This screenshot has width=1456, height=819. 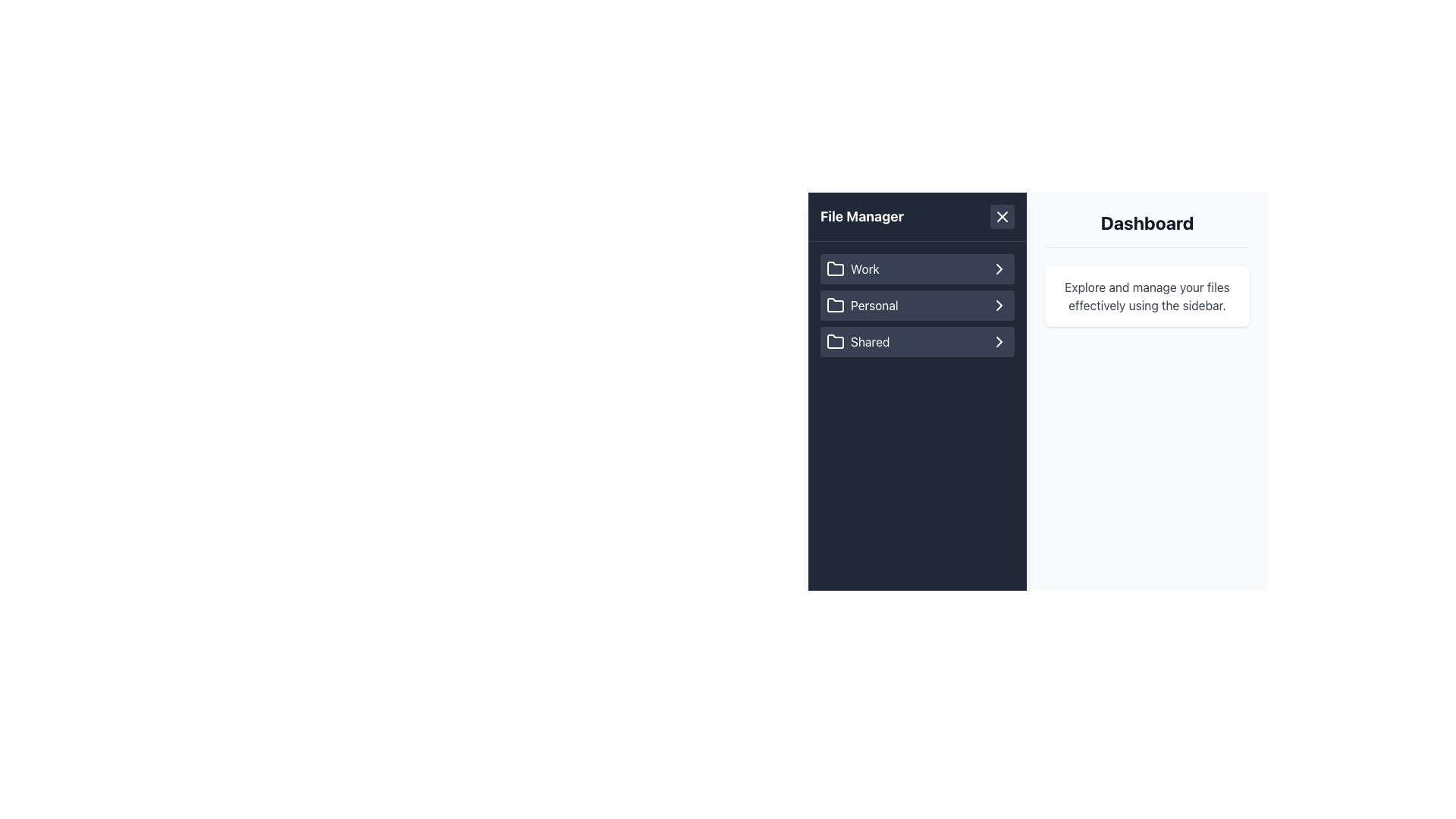 What do you see at coordinates (916, 342) in the screenshot?
I see `the List Item Button labeled 'Shared' in the File Manager sidebar for additional context` at bounding box center [916, 342].